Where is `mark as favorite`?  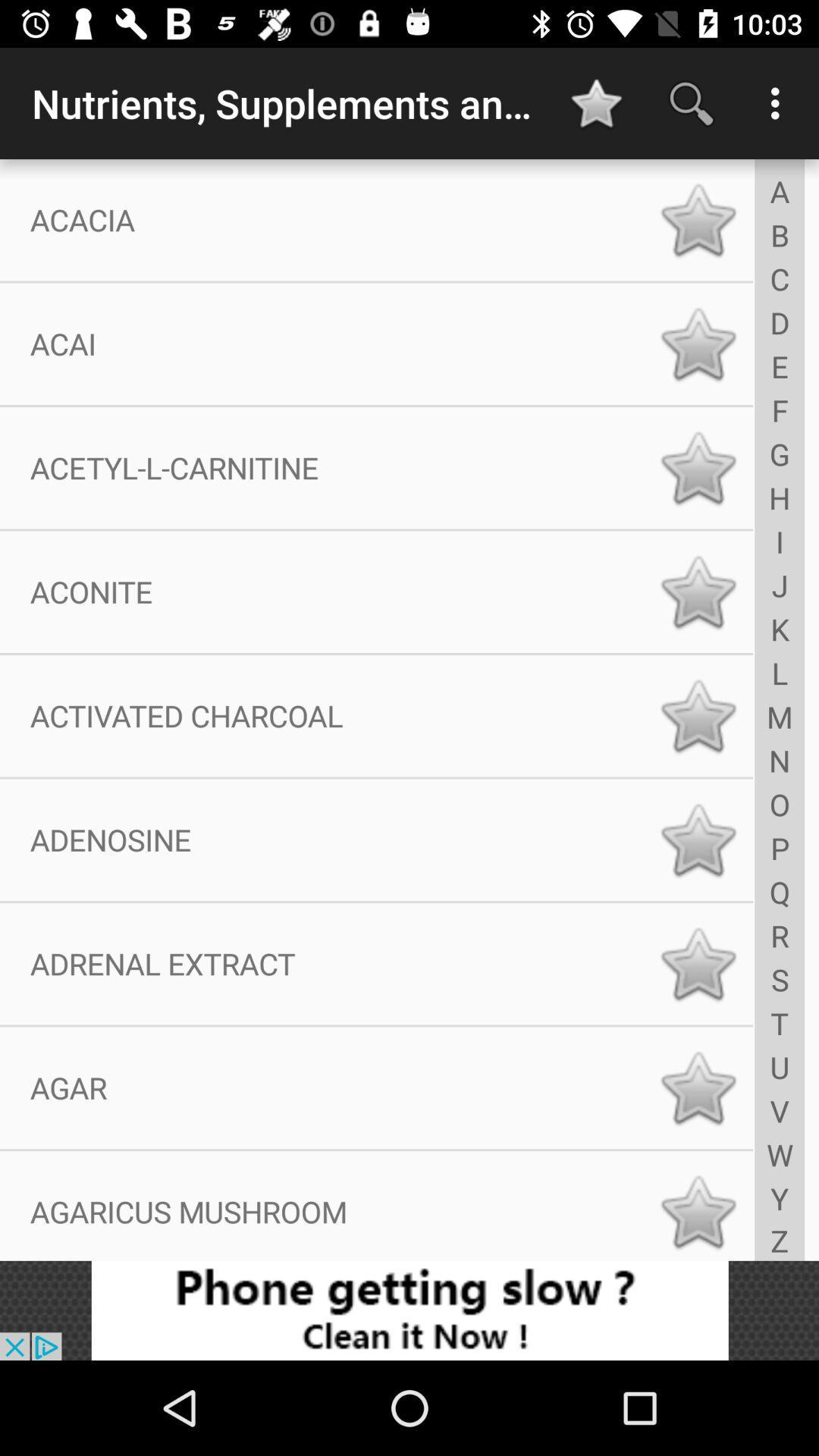
mark as favorite is located at coordinates (698, 1087).